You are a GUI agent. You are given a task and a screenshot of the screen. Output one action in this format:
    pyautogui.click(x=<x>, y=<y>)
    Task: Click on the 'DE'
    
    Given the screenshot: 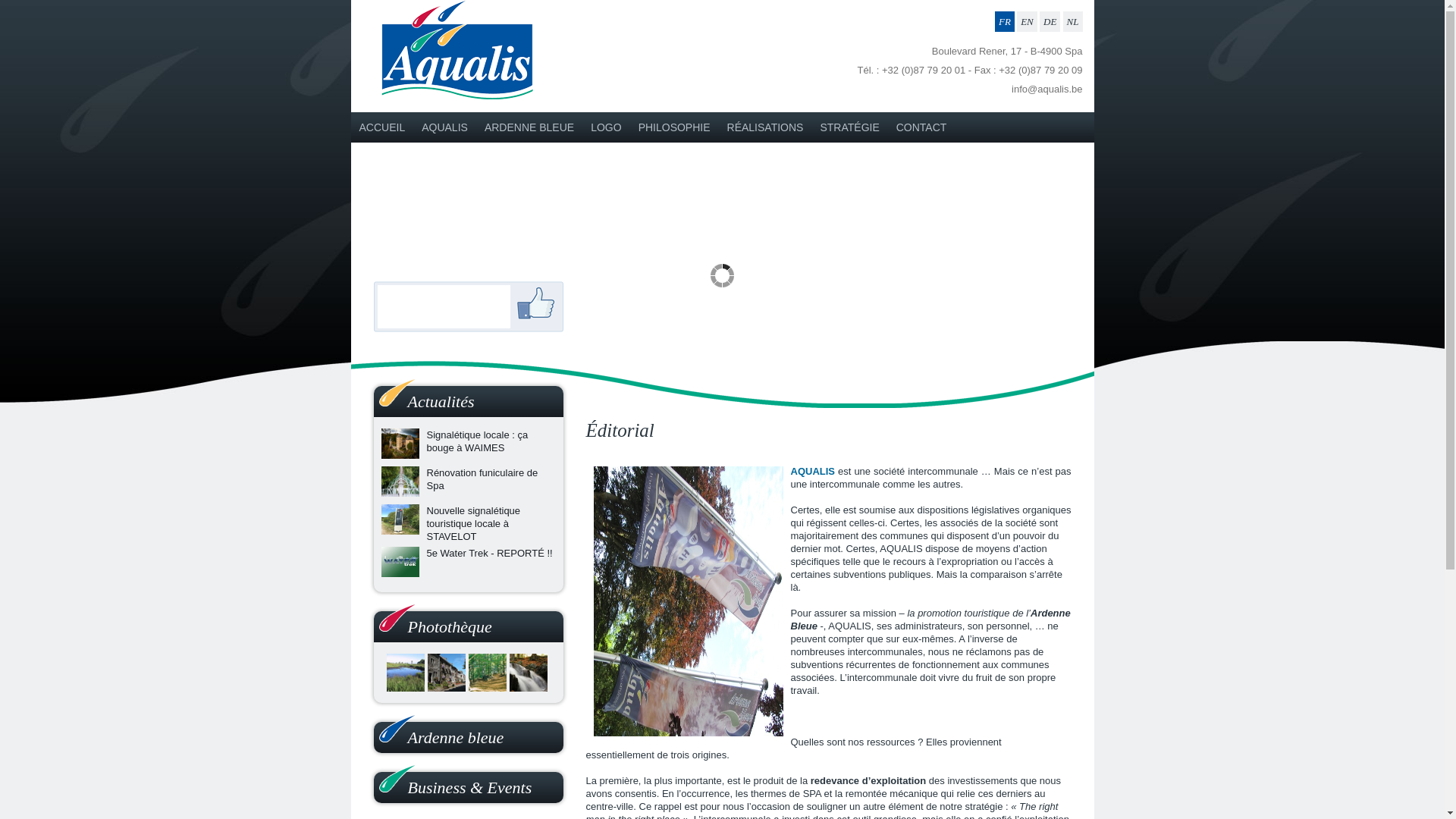 What is the action you would take?
    pyautogui.click(x=1049, y=21)
    